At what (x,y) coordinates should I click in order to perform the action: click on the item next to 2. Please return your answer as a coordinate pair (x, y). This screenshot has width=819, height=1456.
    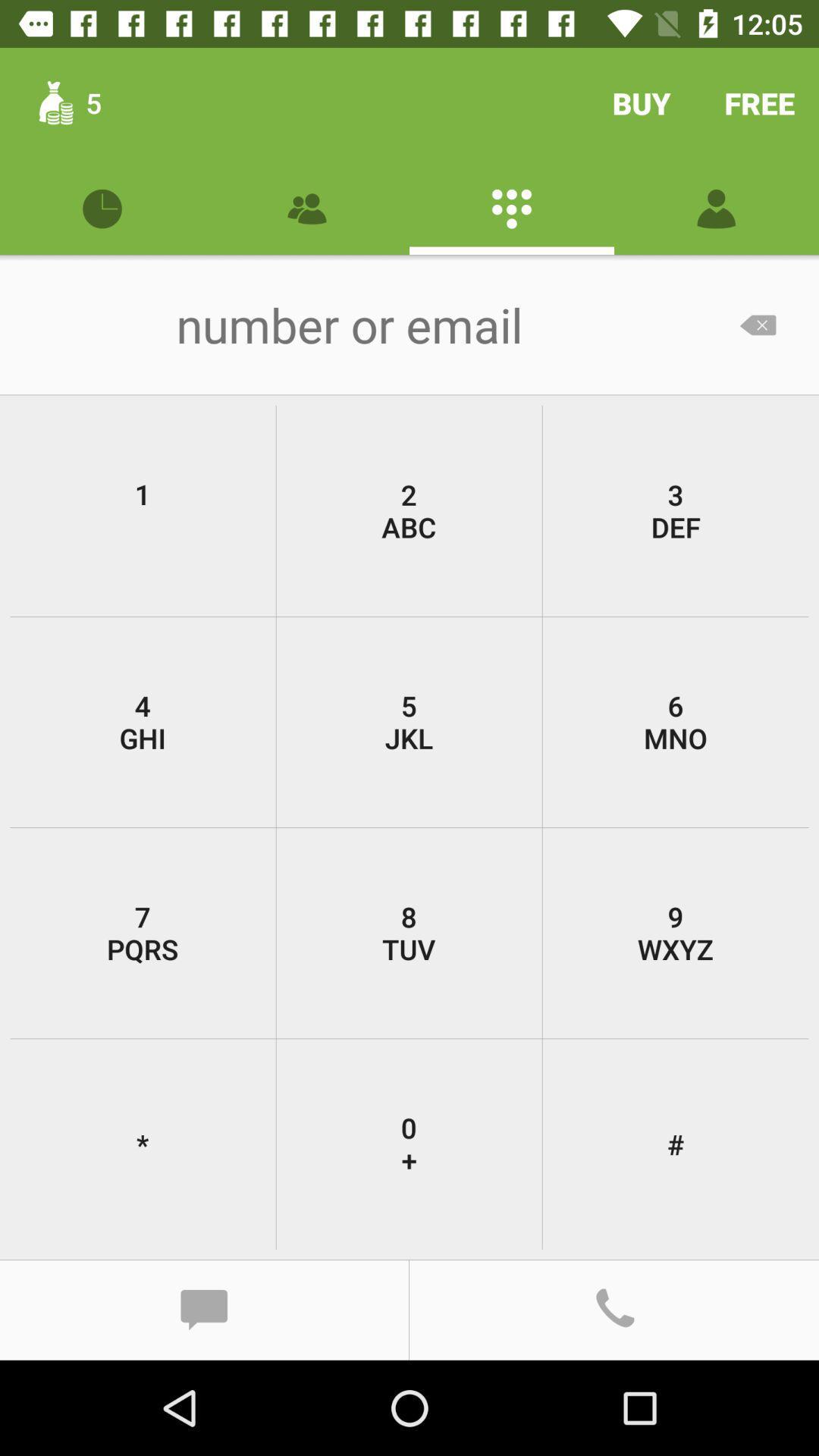
    Looking at the image, I should click on (675, 510).